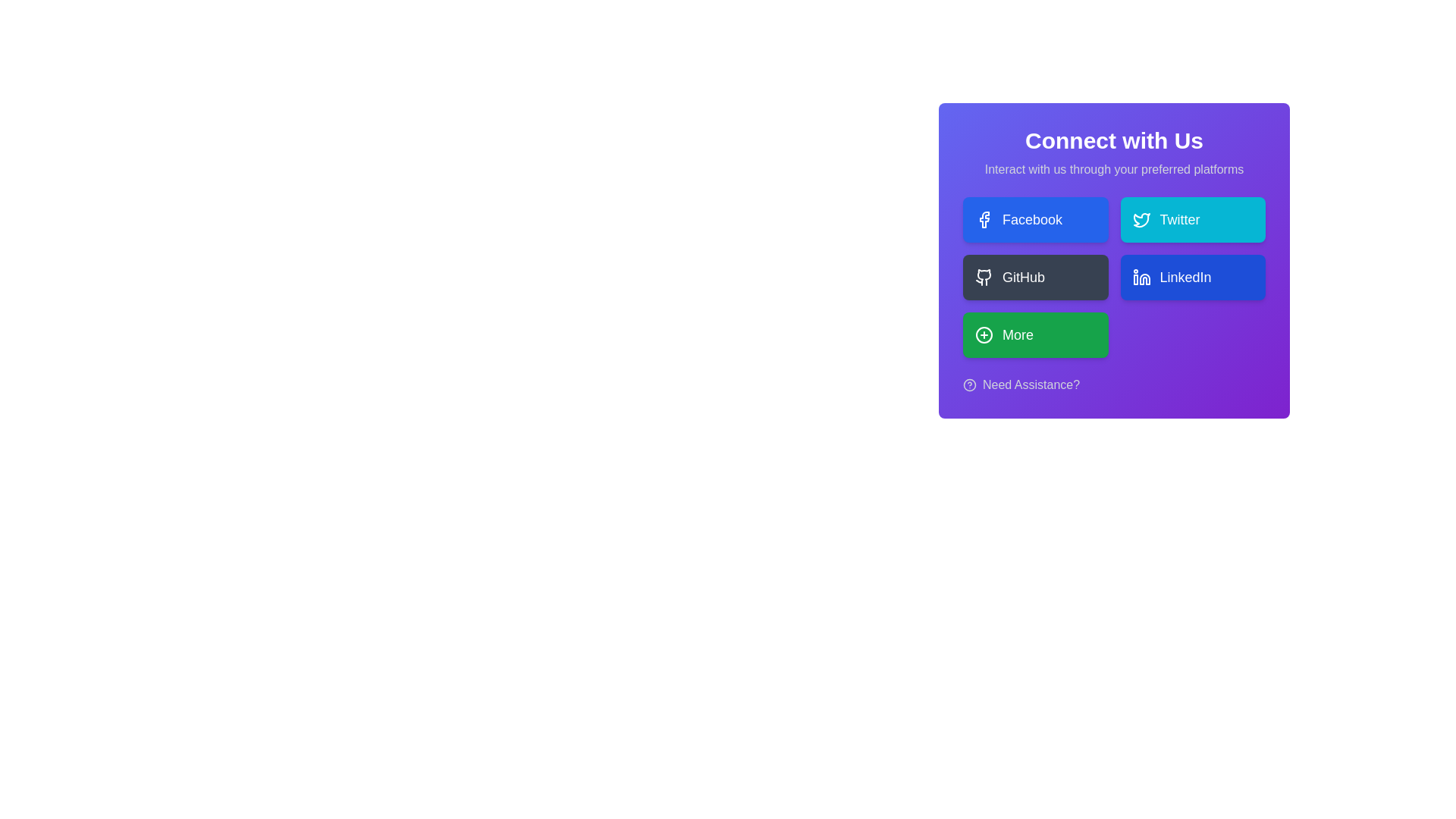 The width and height of the screenshot is (1456, 819). Describe the element at coordinates (1034, 334) in the screenshot. I see `the green 'More' button located in the bottom-left corner of the button grid` at that location.